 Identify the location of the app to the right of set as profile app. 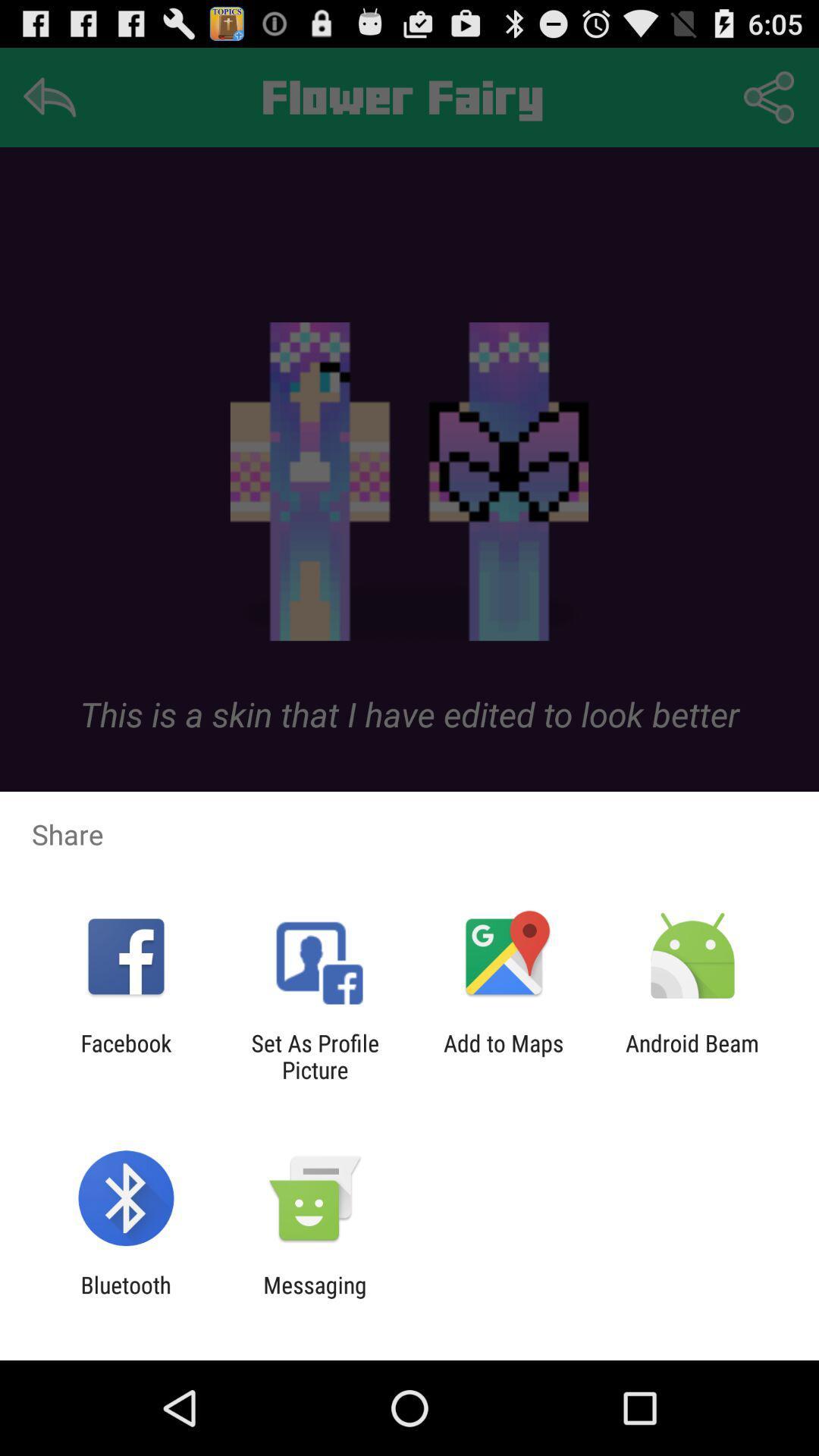
(504, 1056).